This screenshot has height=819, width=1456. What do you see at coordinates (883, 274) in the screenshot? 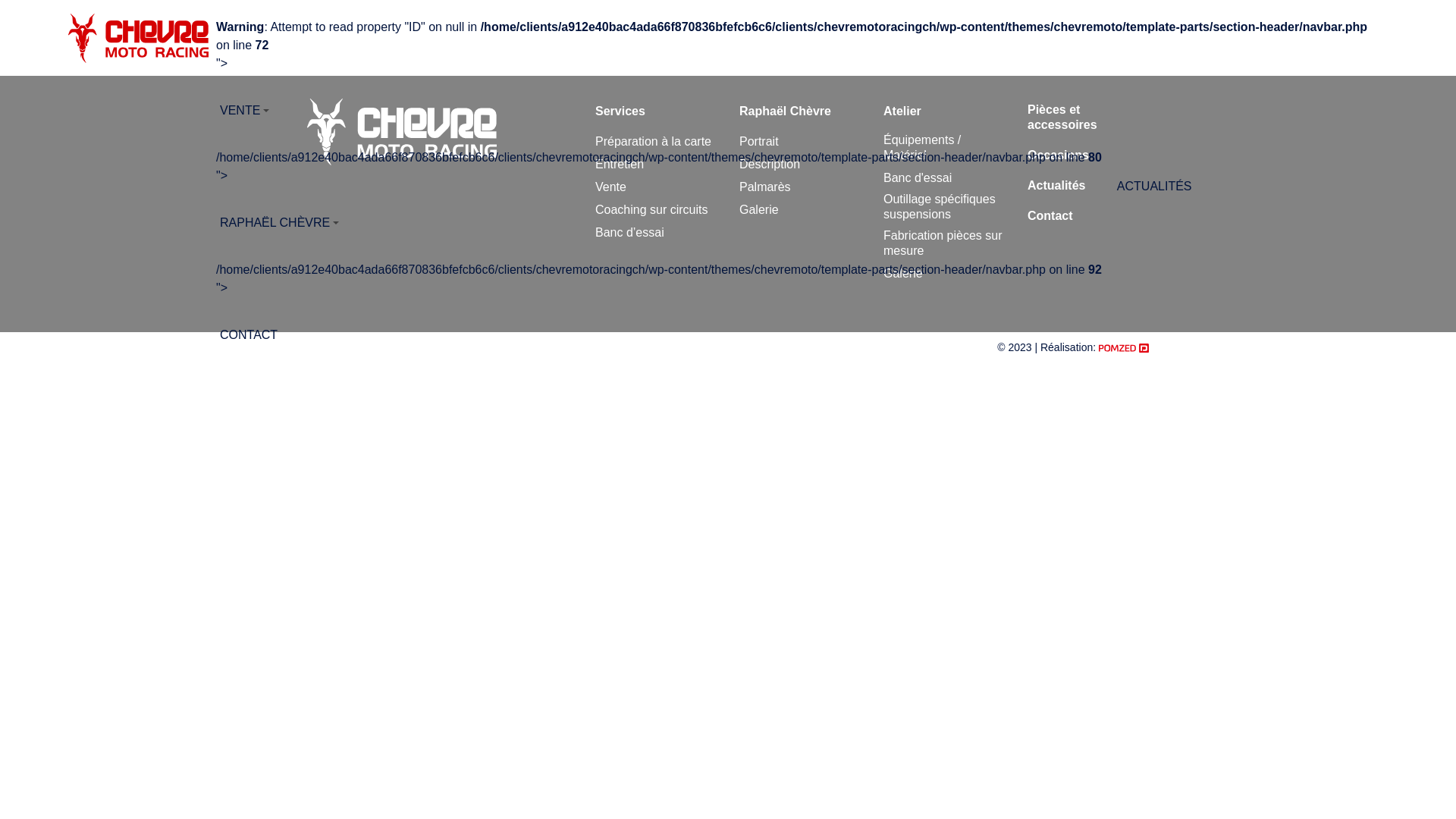
I see `'Galerie'` at bounding box center [883, 274].